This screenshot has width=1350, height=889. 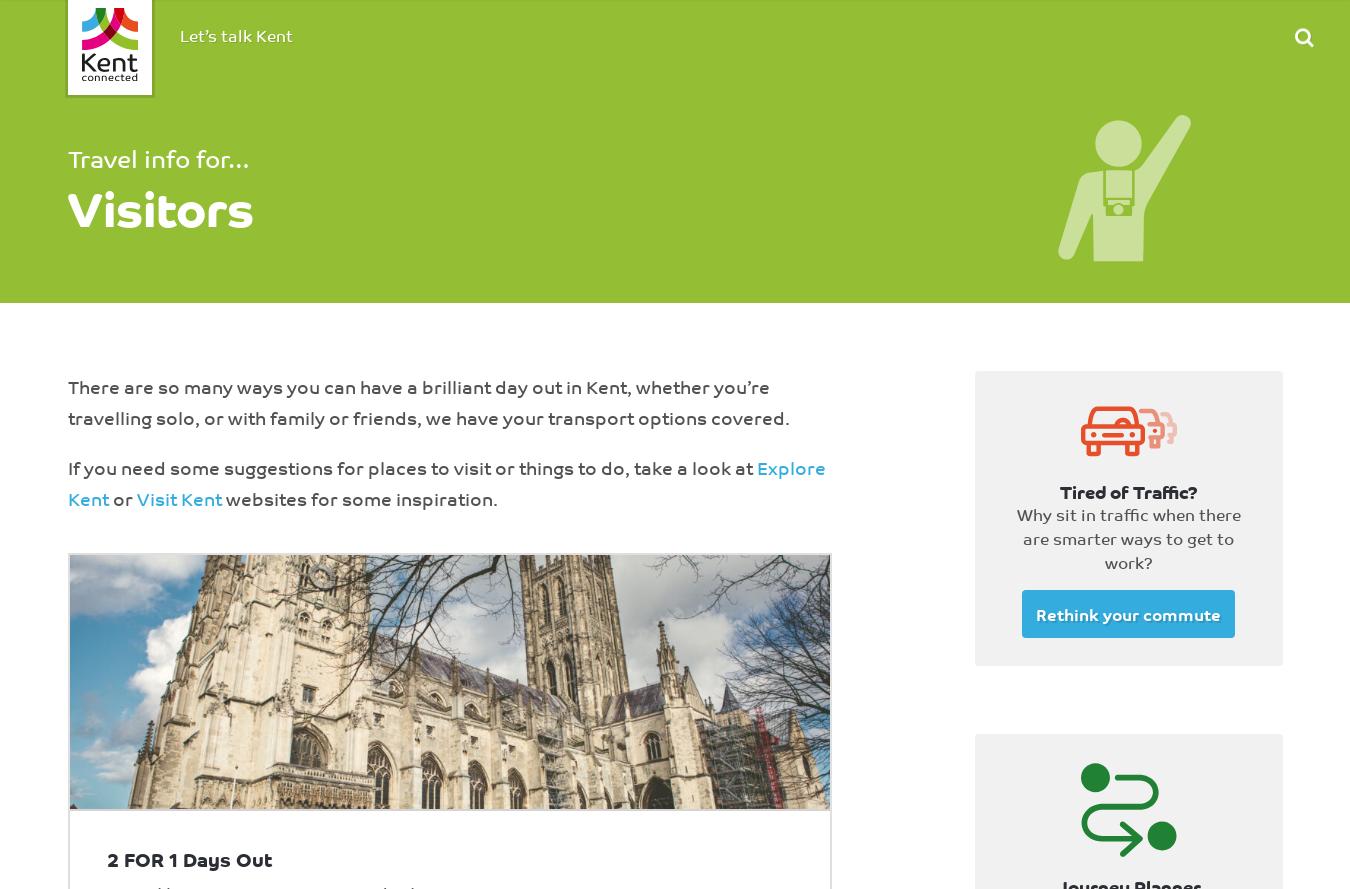 I want to click on 'Rethink your commute', so click(x=1127, y=613).